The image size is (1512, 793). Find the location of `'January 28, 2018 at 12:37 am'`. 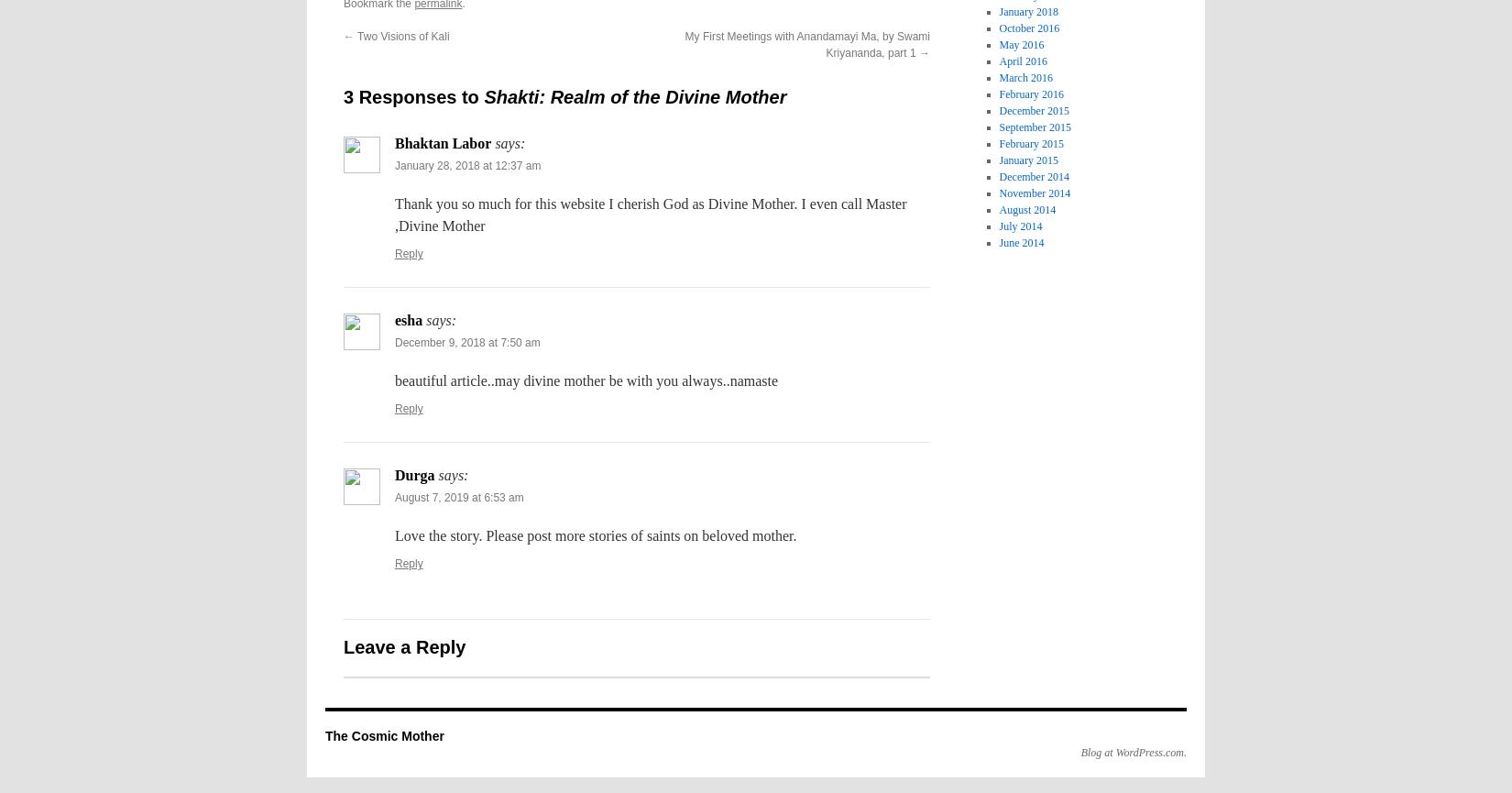

'January 28, 2018 at 12:37 am' is located at coordinates (466, 164).